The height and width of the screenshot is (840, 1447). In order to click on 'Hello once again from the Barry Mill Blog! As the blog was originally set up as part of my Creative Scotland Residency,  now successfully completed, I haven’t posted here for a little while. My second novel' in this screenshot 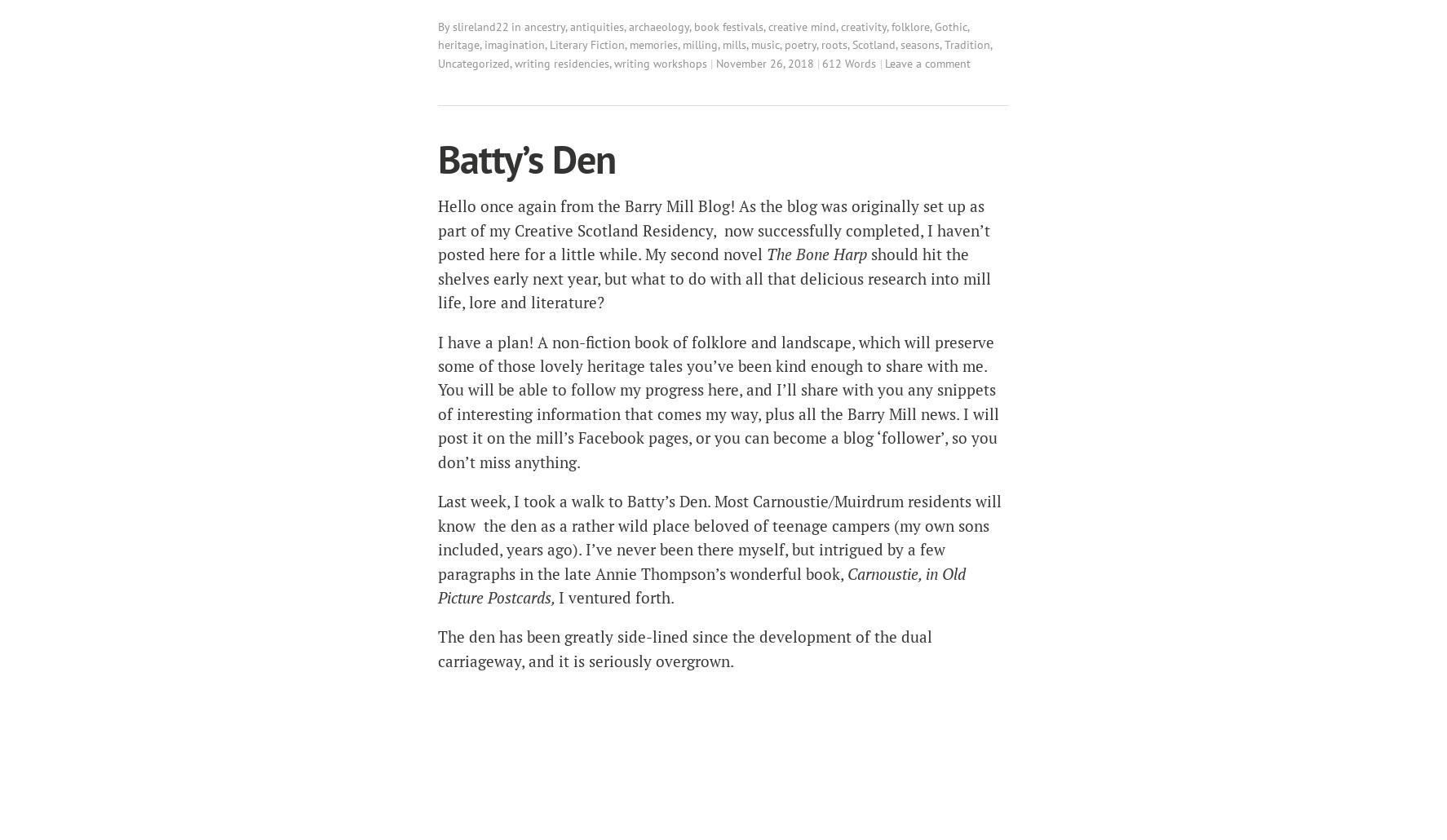, I will do `click(714, 229)`.